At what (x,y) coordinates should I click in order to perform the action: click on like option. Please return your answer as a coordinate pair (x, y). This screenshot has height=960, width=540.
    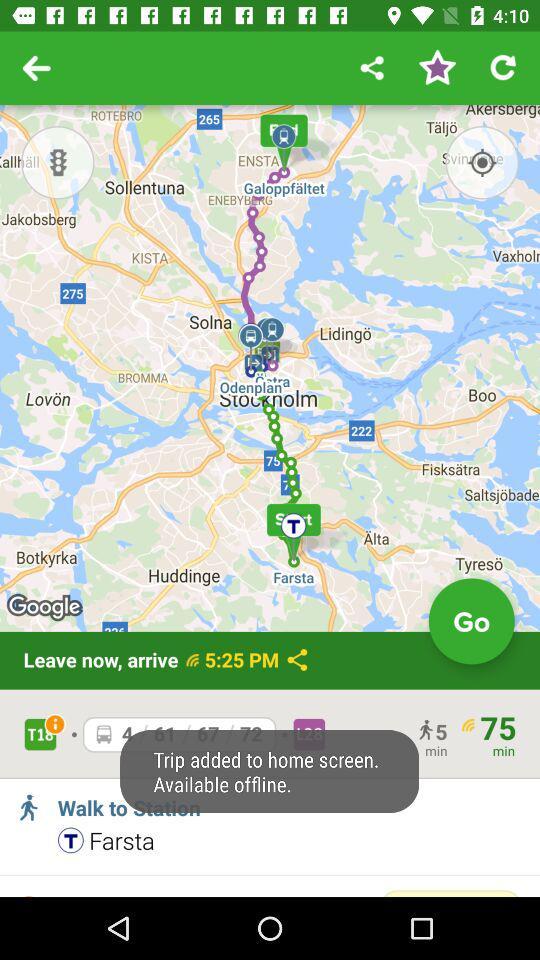
    Looking at the image, I should click on (436, 68).